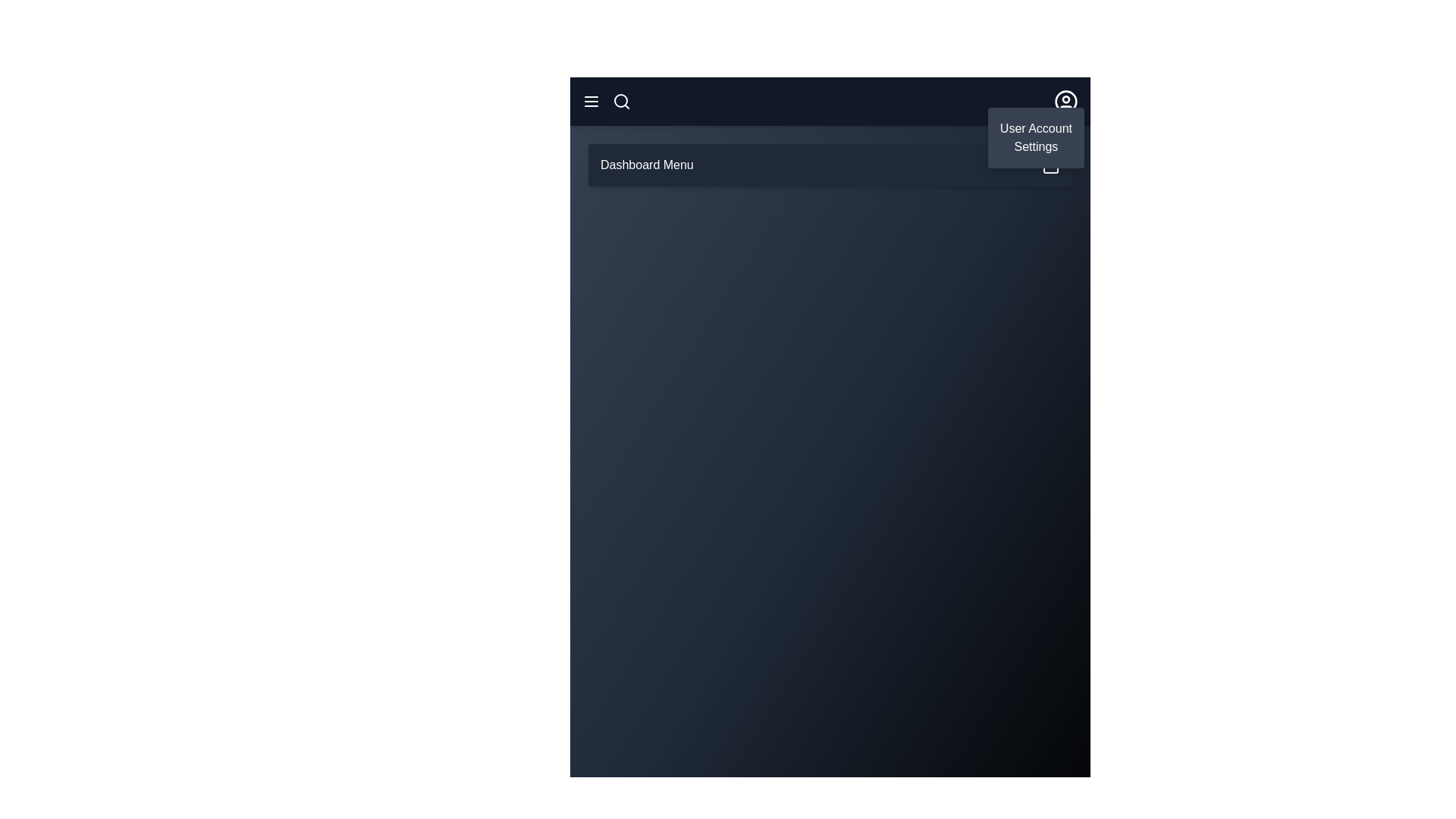 This screenshot has height=819, width=1456. I want to click on the User Account option in the user dropdown menu, so click(1035, 127).